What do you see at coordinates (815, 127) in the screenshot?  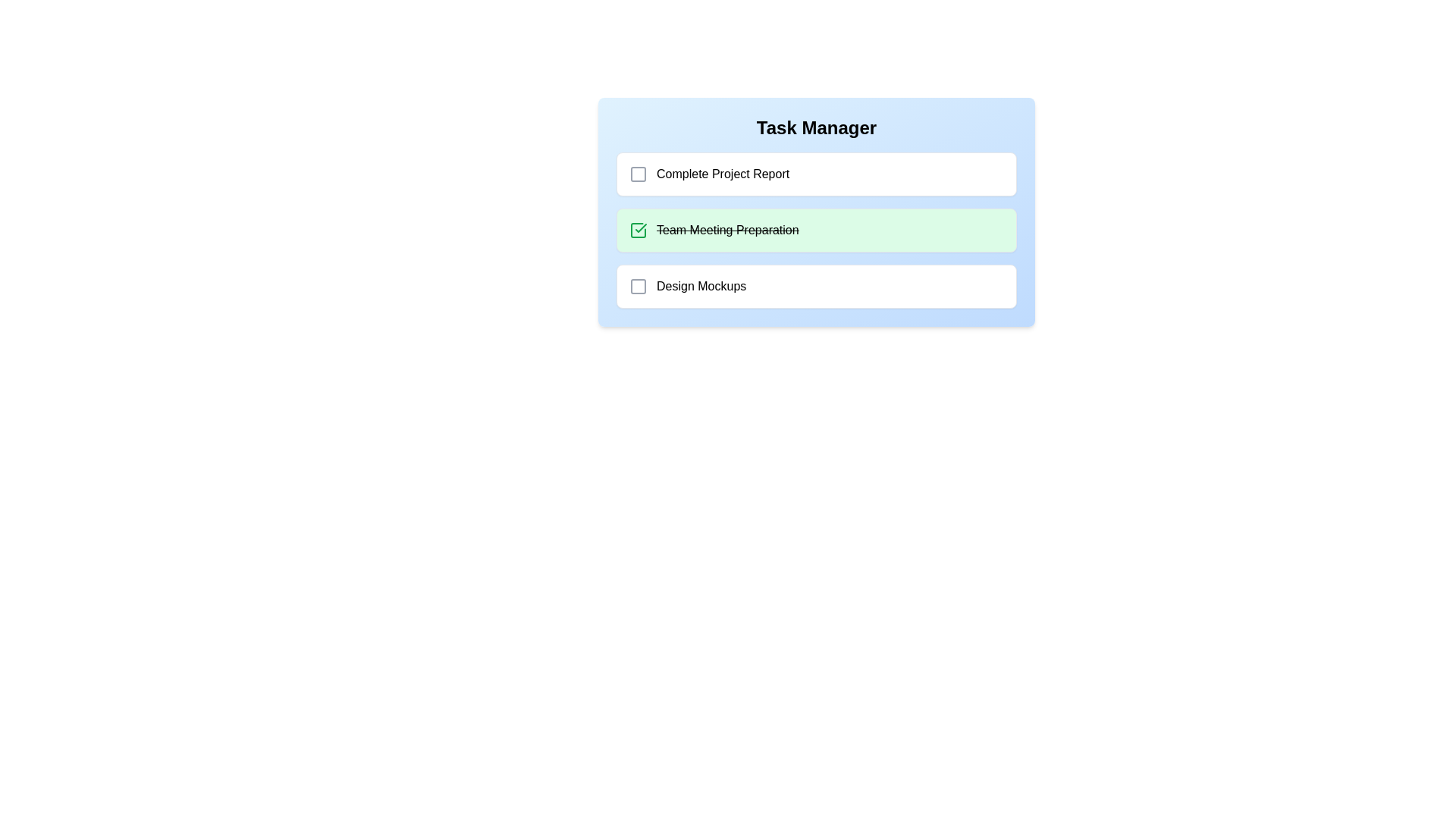 I see `the bold, medium-sized heading with the text 'Task Manager' that is positioned at the top of a card-like layout and visually distinct with a gradient background` at bounding box center [815, 127].